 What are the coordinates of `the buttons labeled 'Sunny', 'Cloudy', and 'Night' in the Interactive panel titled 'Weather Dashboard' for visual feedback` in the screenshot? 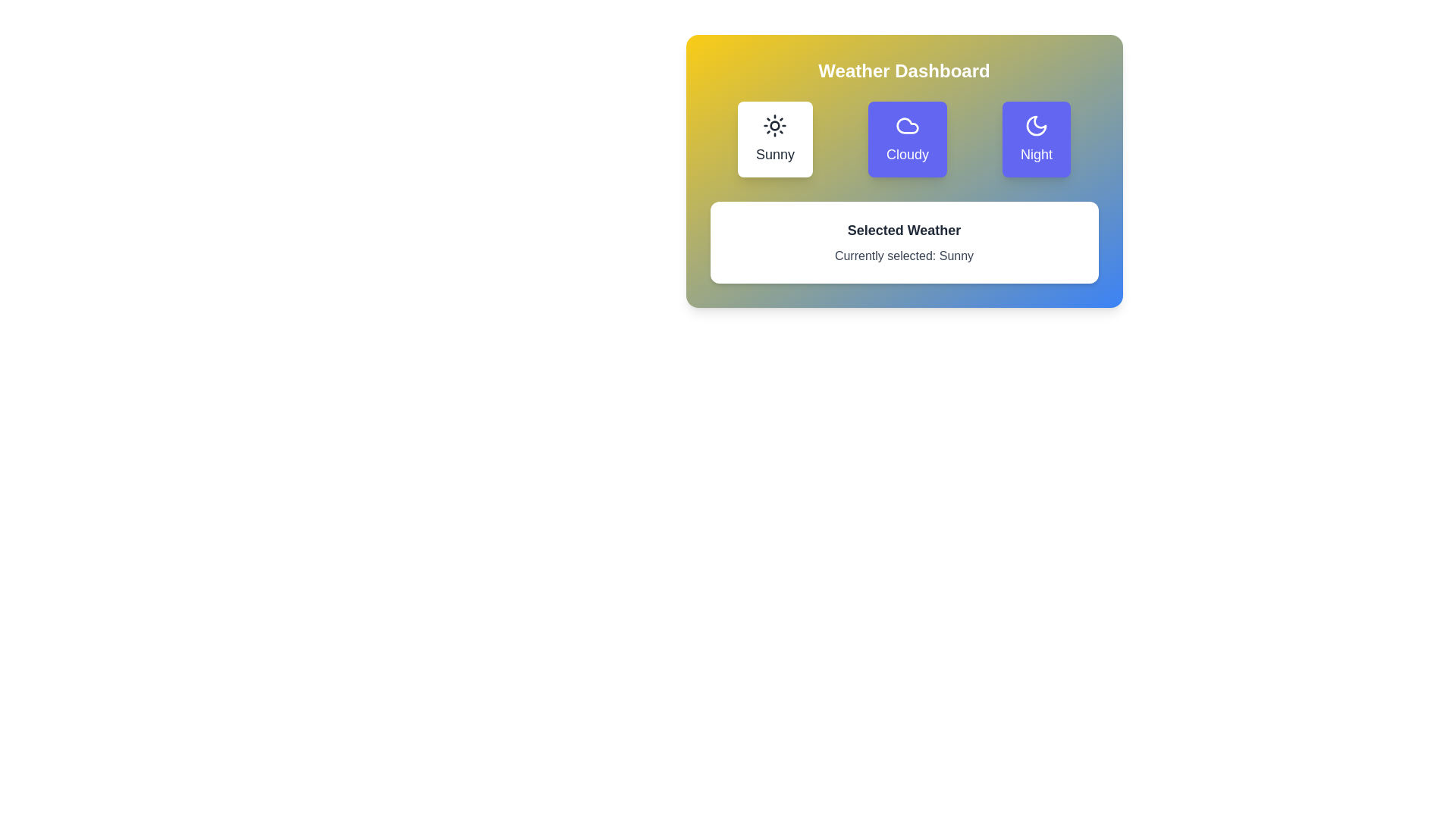 It's located at (904, 171).